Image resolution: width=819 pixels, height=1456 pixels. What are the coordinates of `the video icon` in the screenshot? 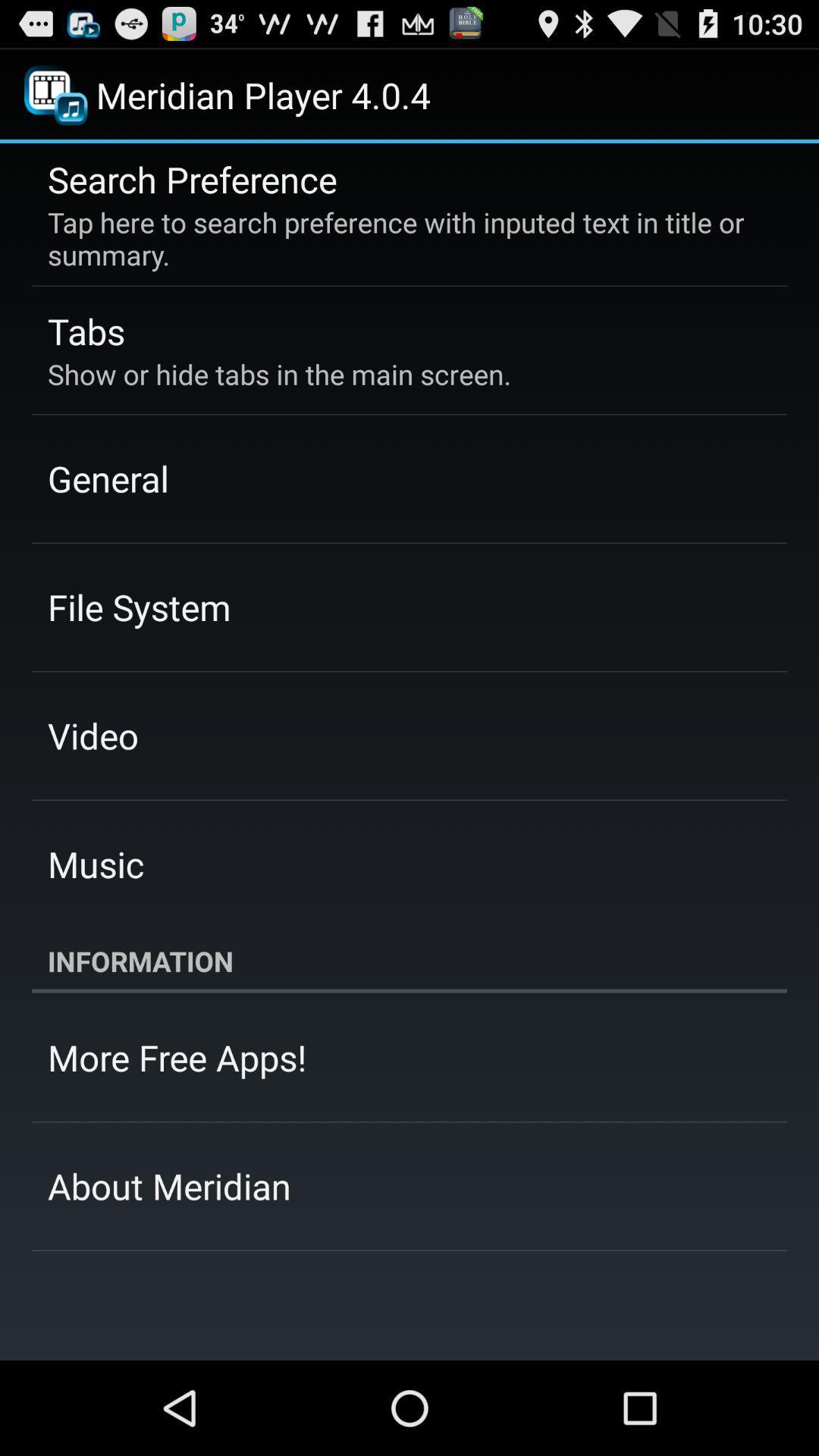 It's located at (93, 736).